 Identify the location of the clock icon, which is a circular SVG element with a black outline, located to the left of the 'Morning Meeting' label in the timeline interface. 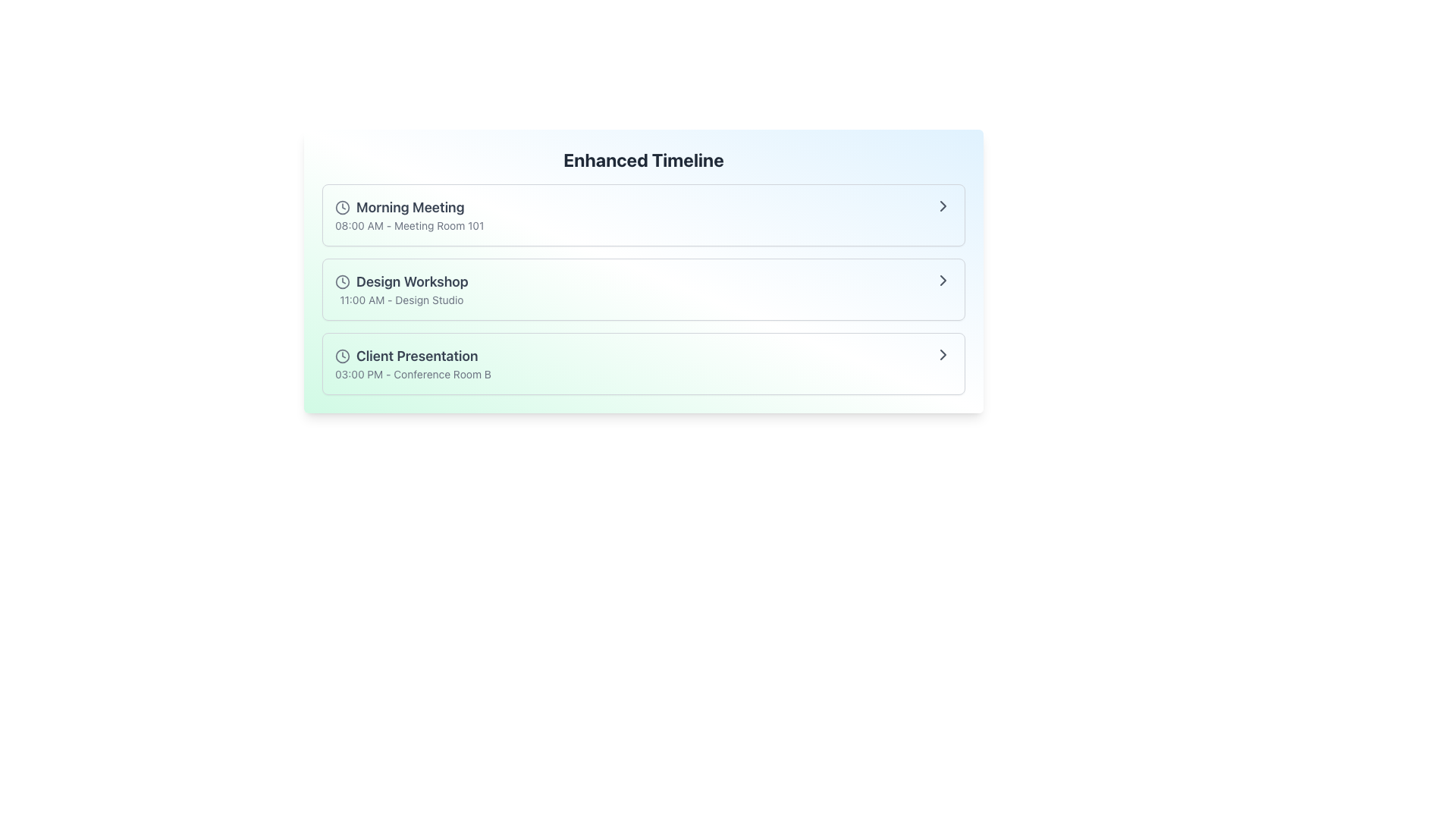
(341, 207).